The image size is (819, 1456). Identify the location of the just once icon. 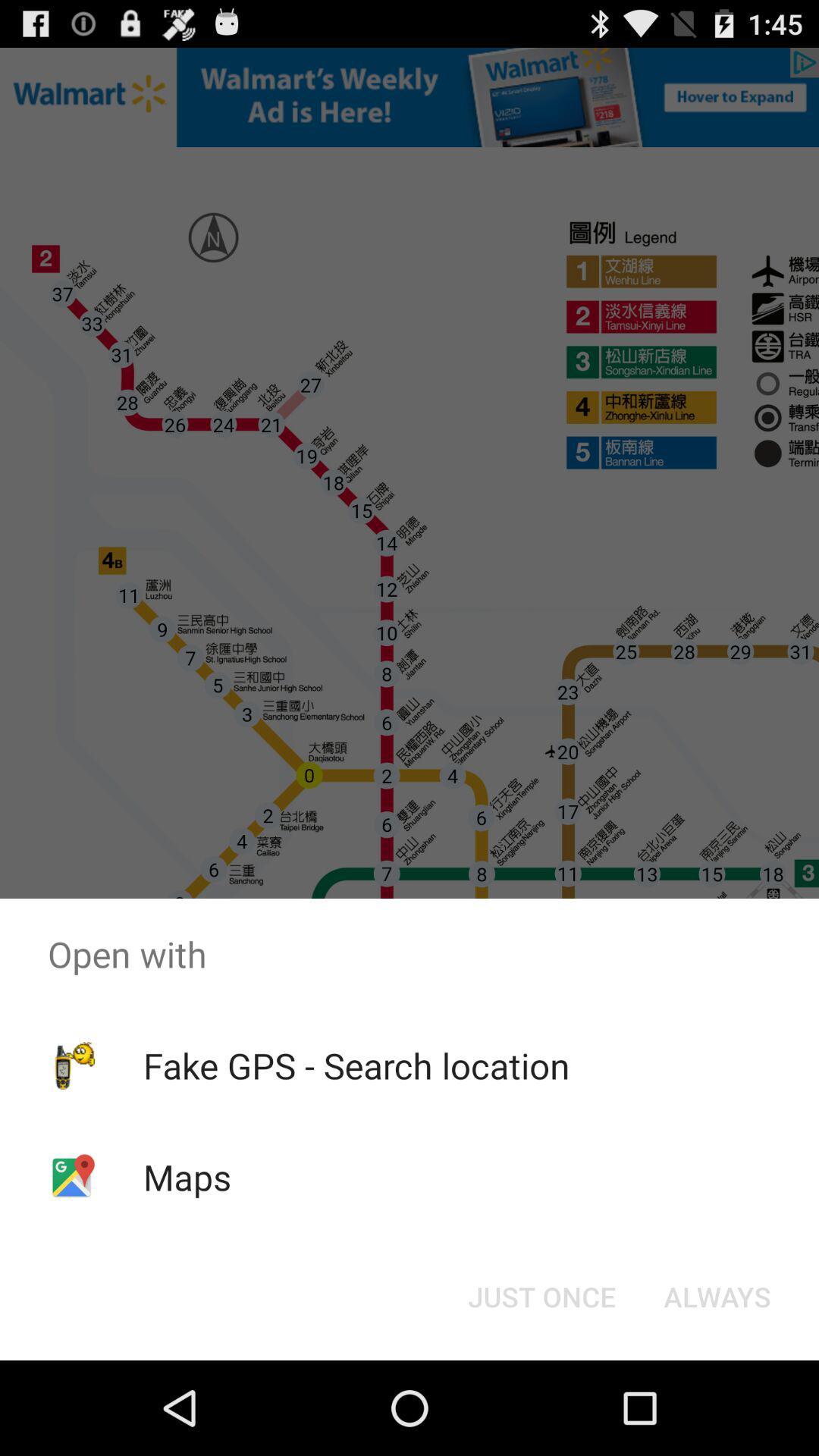
(541, 1295).